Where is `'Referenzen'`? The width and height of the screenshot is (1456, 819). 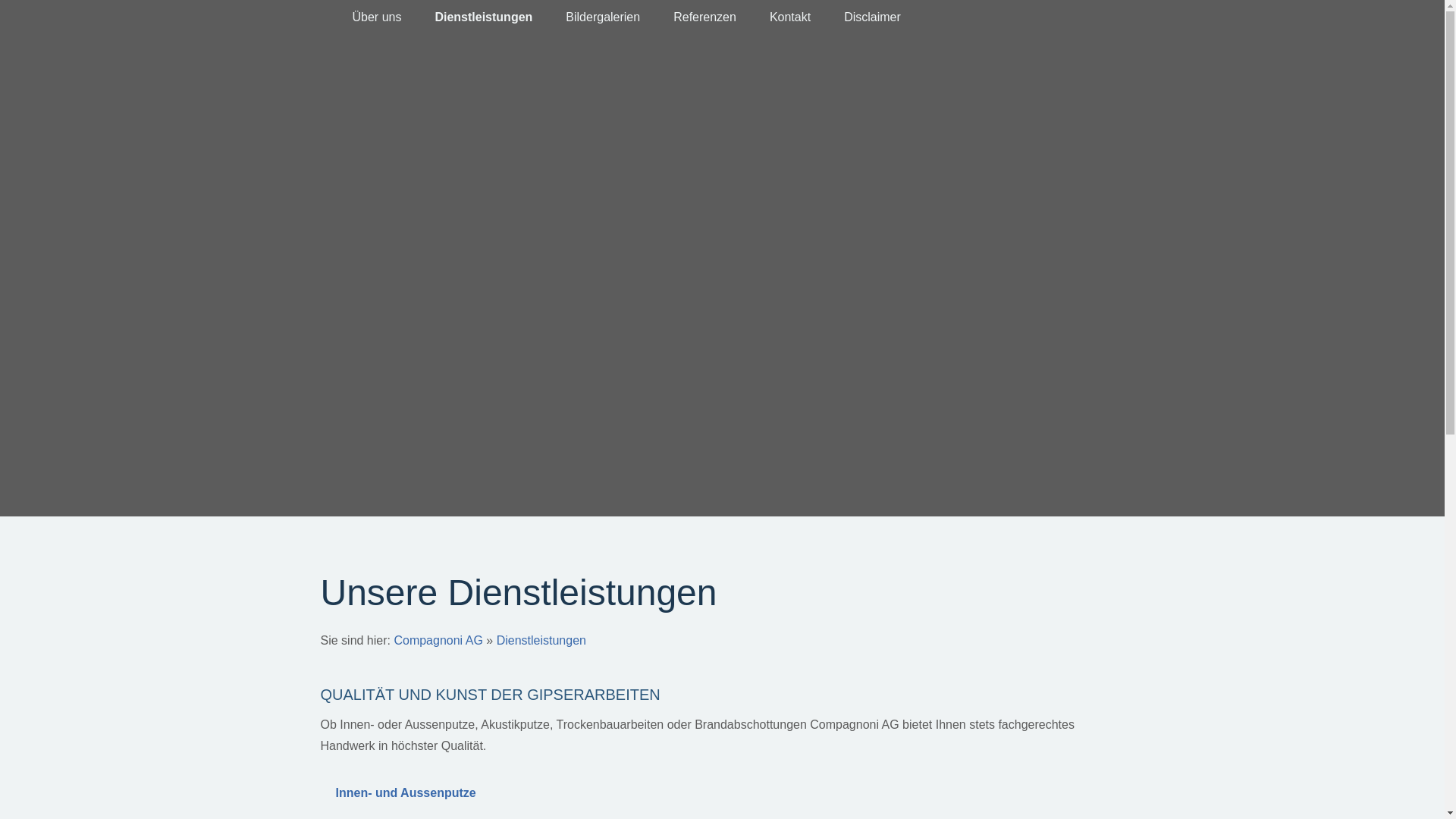
'Referenzen' is located at coordinates (704, 17).